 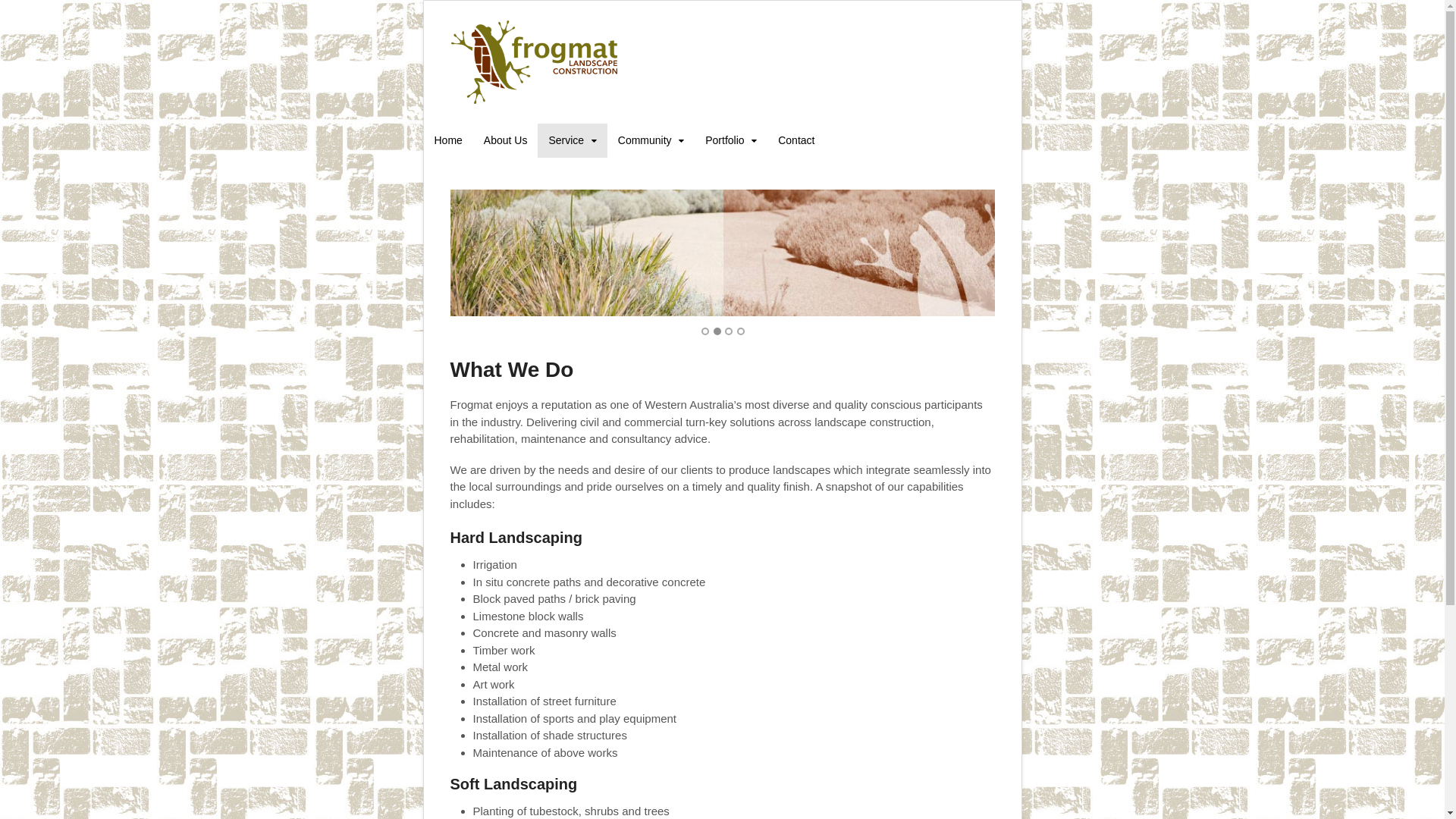 I want to click on '2', so click(x=716, y=330).